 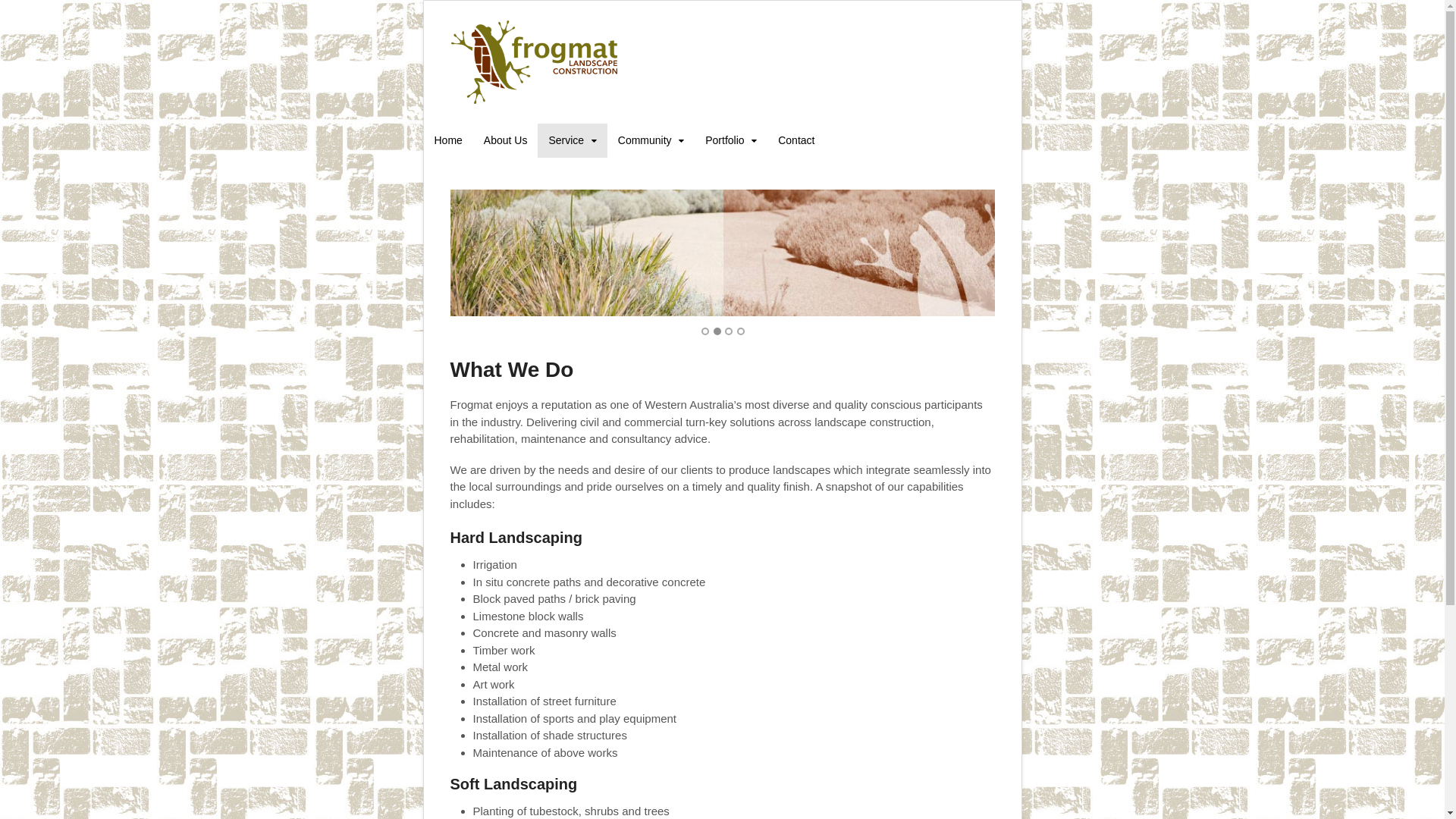 I want to click on '2', so click(x=716, y=330).